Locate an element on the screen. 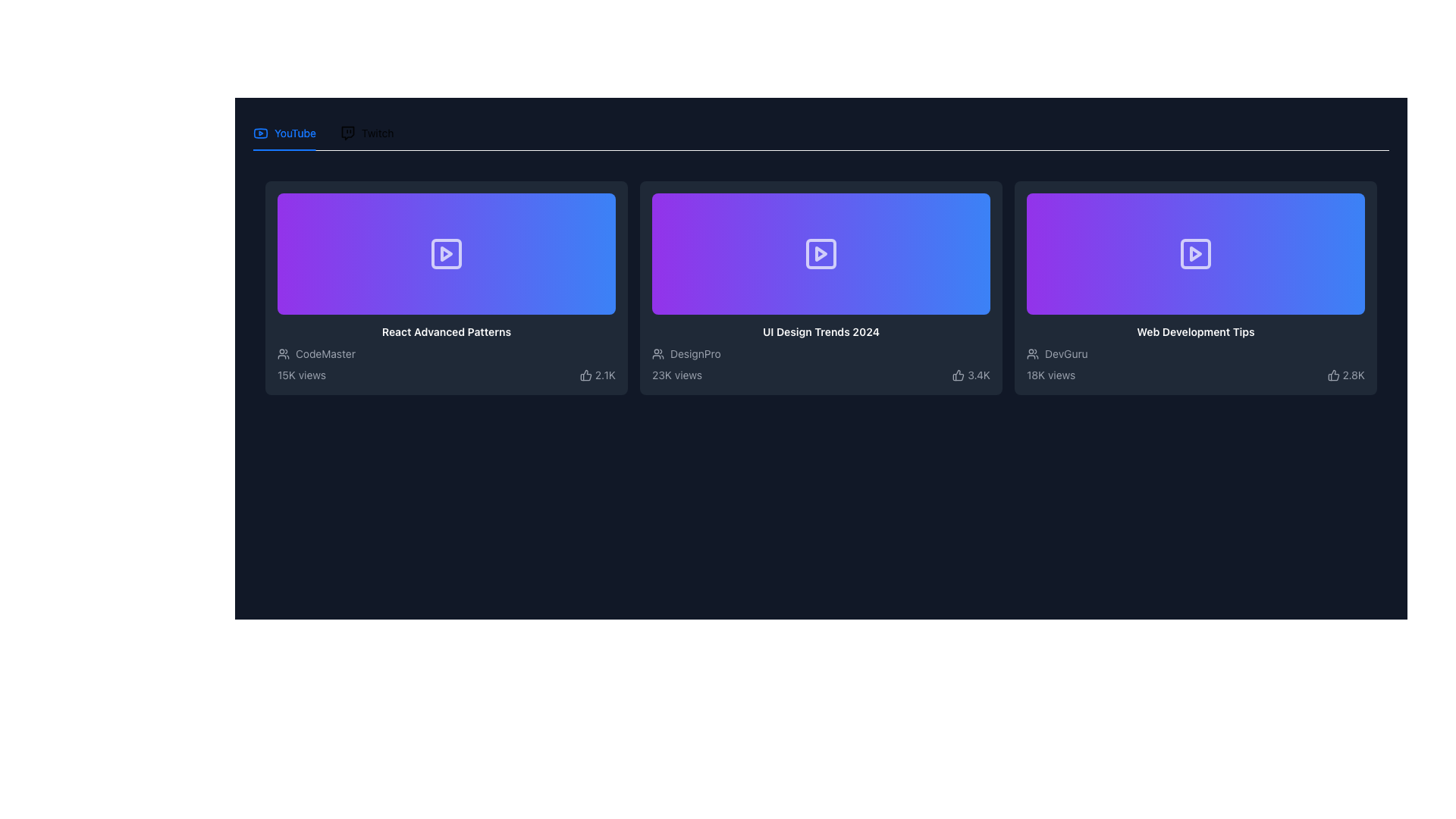  the 'play' icon located at the center of the thumbnail card for the 'Web Development Tips' section, which indicates that clicking it will initiate media playback is located at coordinates (1195, 253).